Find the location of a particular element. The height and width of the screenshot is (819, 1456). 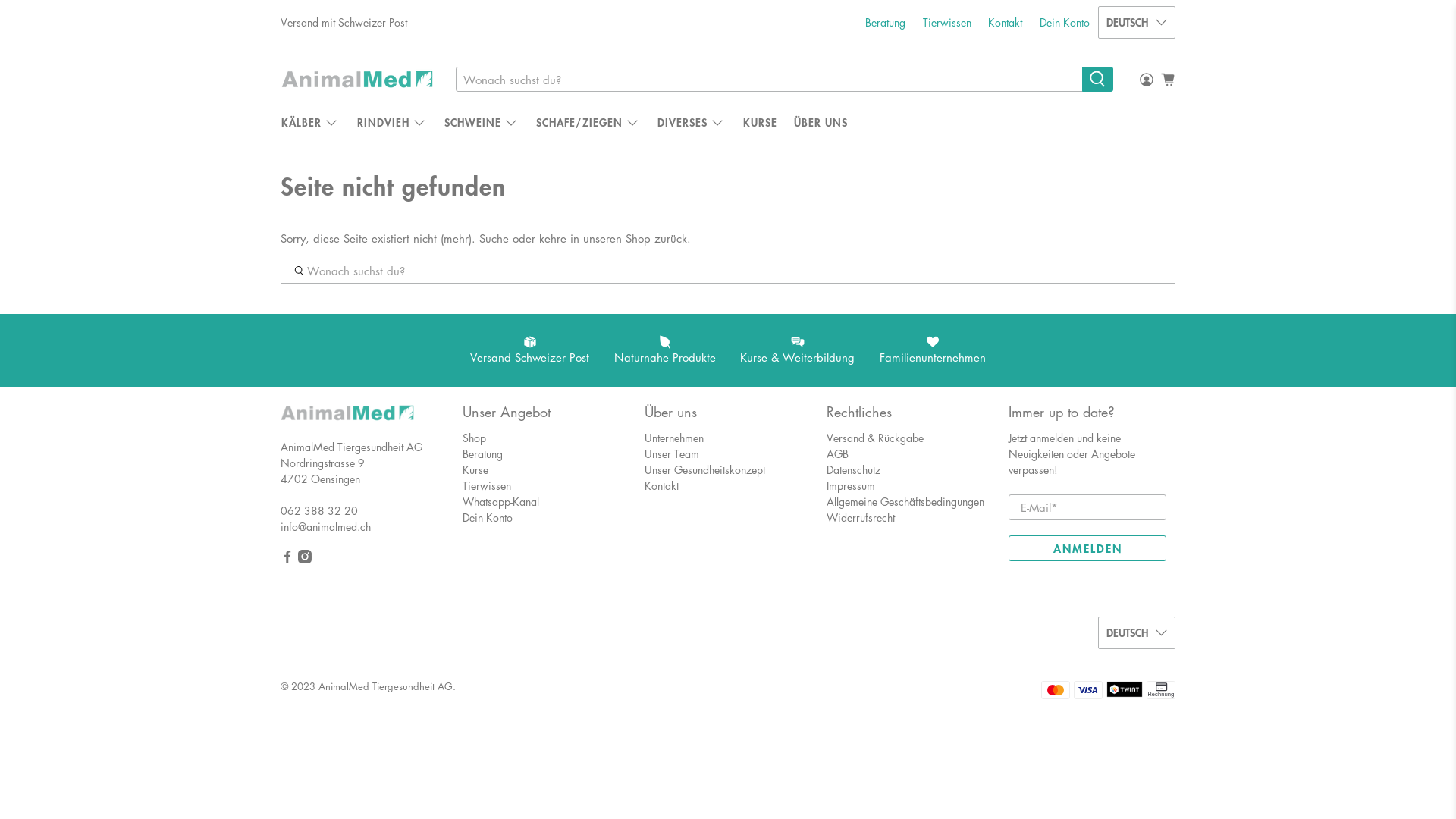

'info@animalmed.ch' is located at coordinates (325, 526).